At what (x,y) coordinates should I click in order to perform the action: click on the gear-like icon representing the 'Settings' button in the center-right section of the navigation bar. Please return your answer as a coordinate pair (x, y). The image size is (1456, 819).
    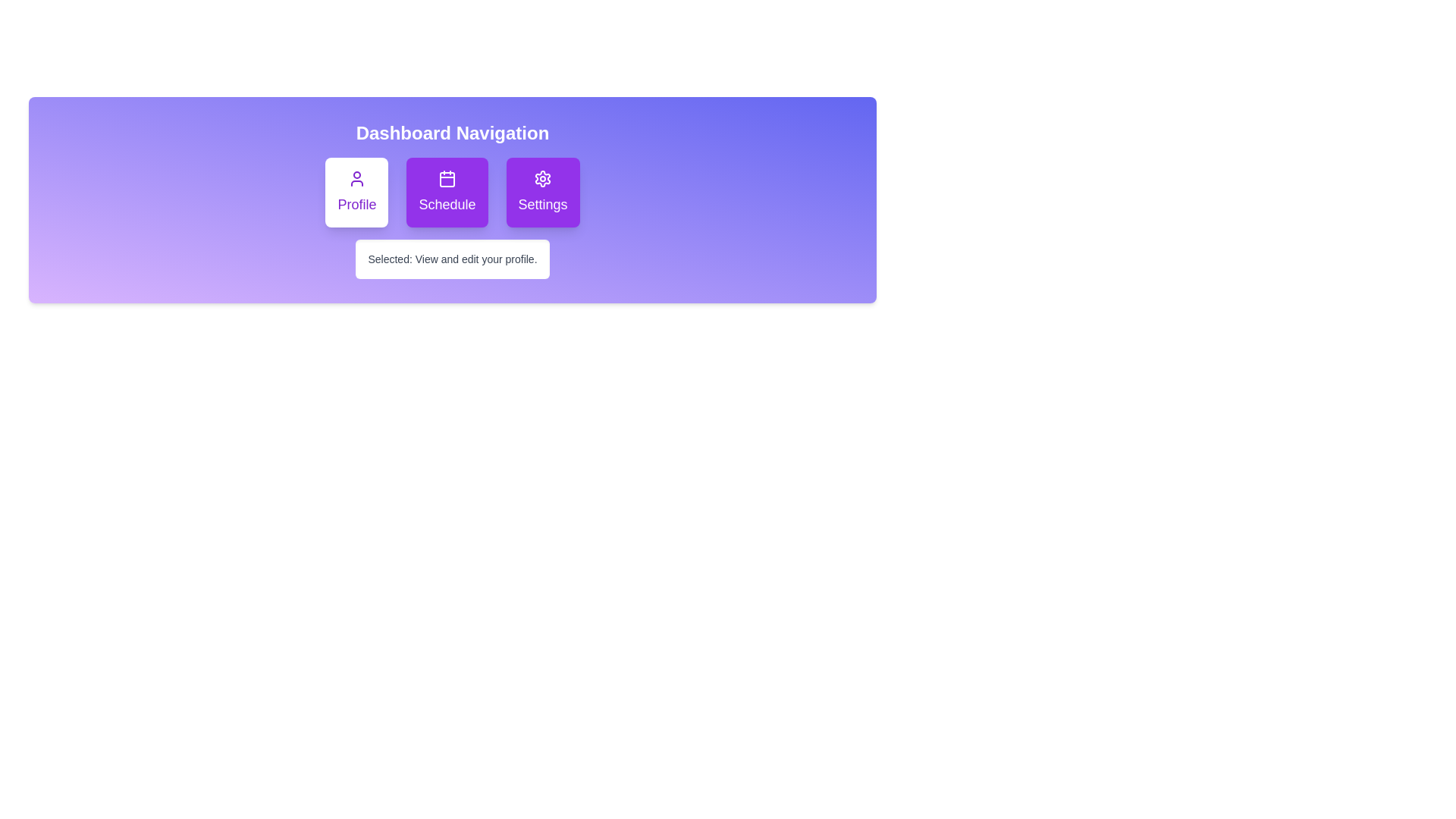
    Looking at the image, I should click on (542, 177).